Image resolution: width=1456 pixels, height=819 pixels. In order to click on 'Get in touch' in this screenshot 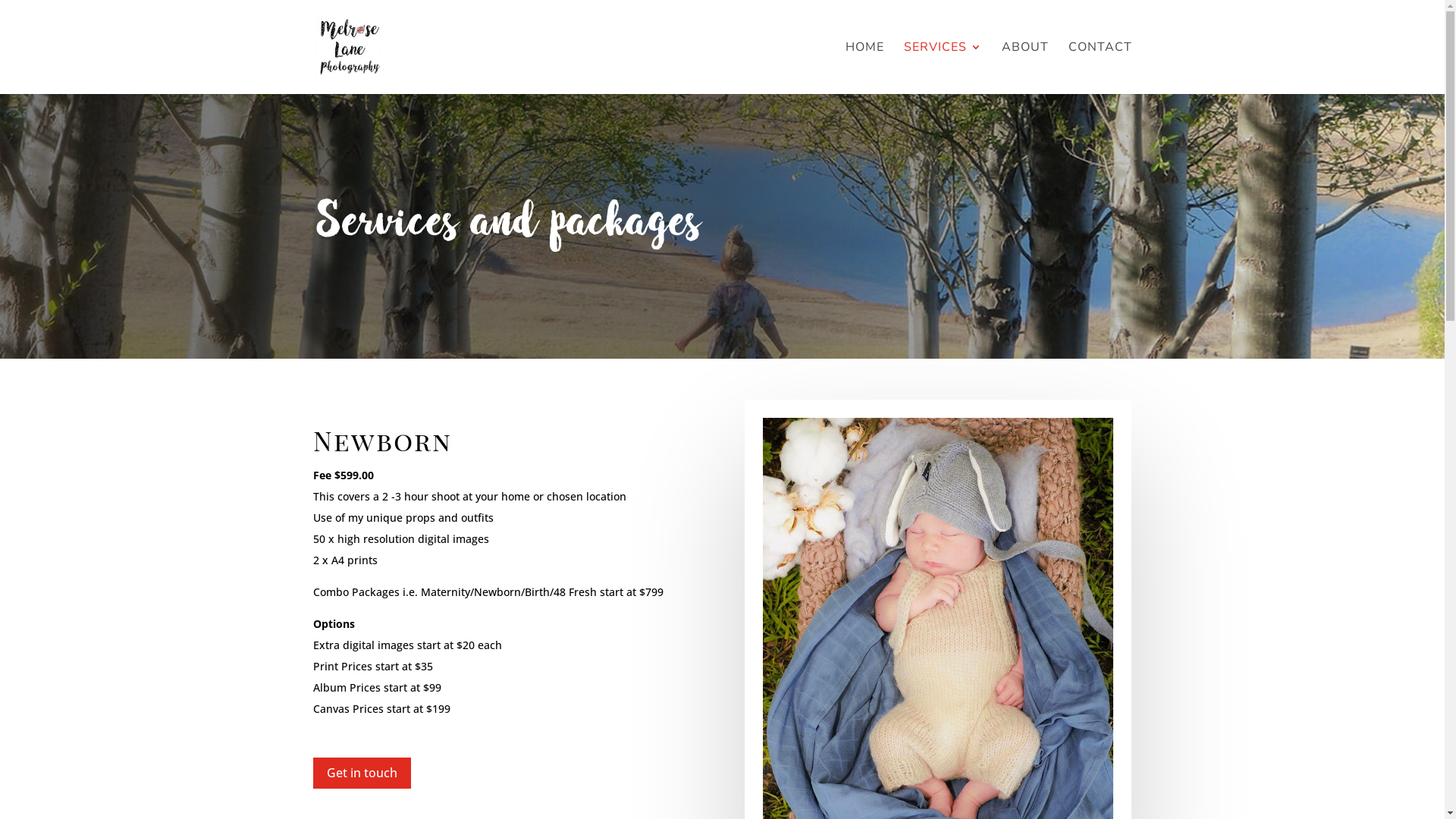, I will do `click(360, 773)`.